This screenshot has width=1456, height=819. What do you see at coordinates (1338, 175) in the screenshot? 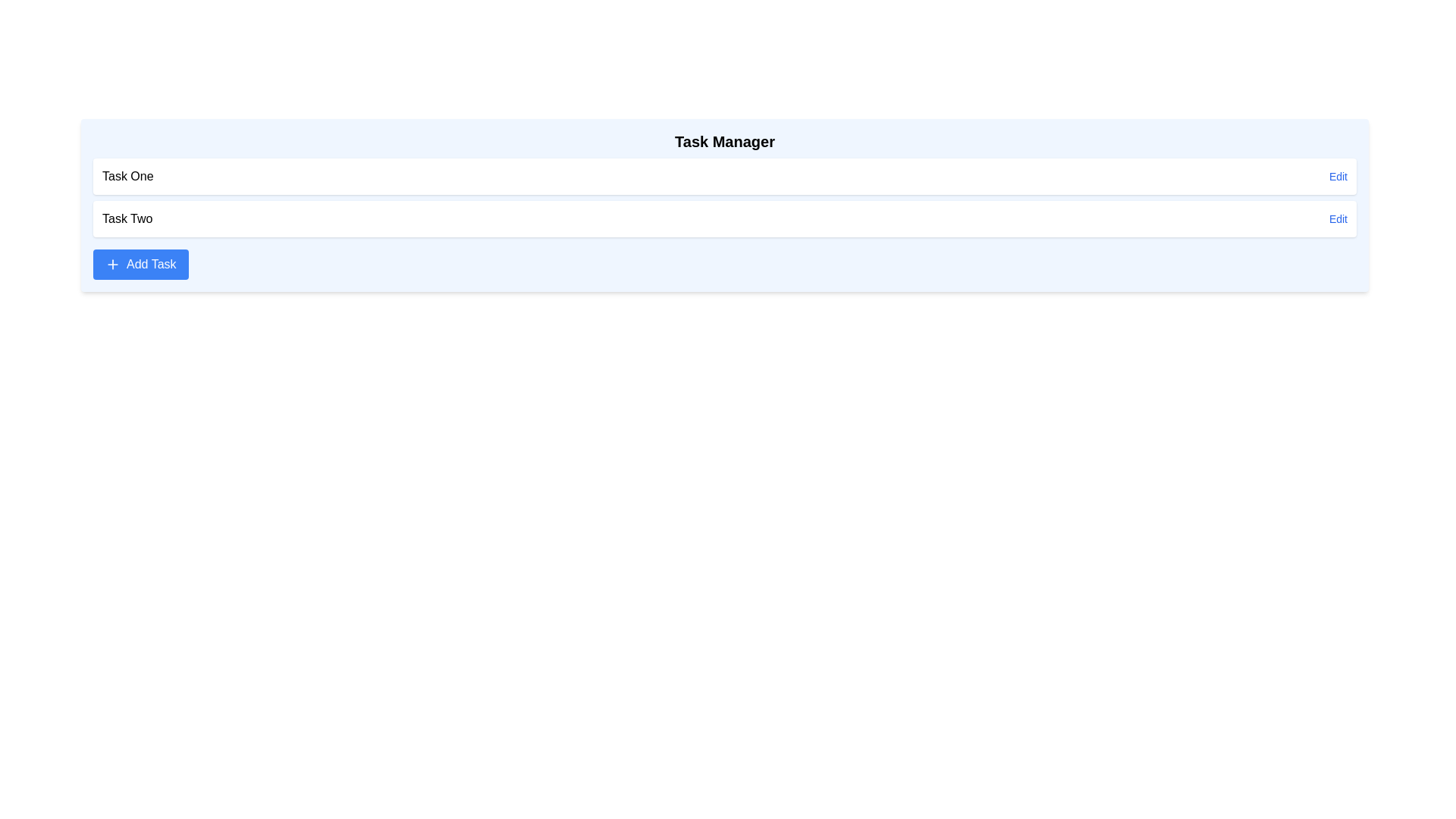
I see `the 'Edit' link that follows the 'Task One' text to initiate editing for the task` at bounding box center [1338, 175].